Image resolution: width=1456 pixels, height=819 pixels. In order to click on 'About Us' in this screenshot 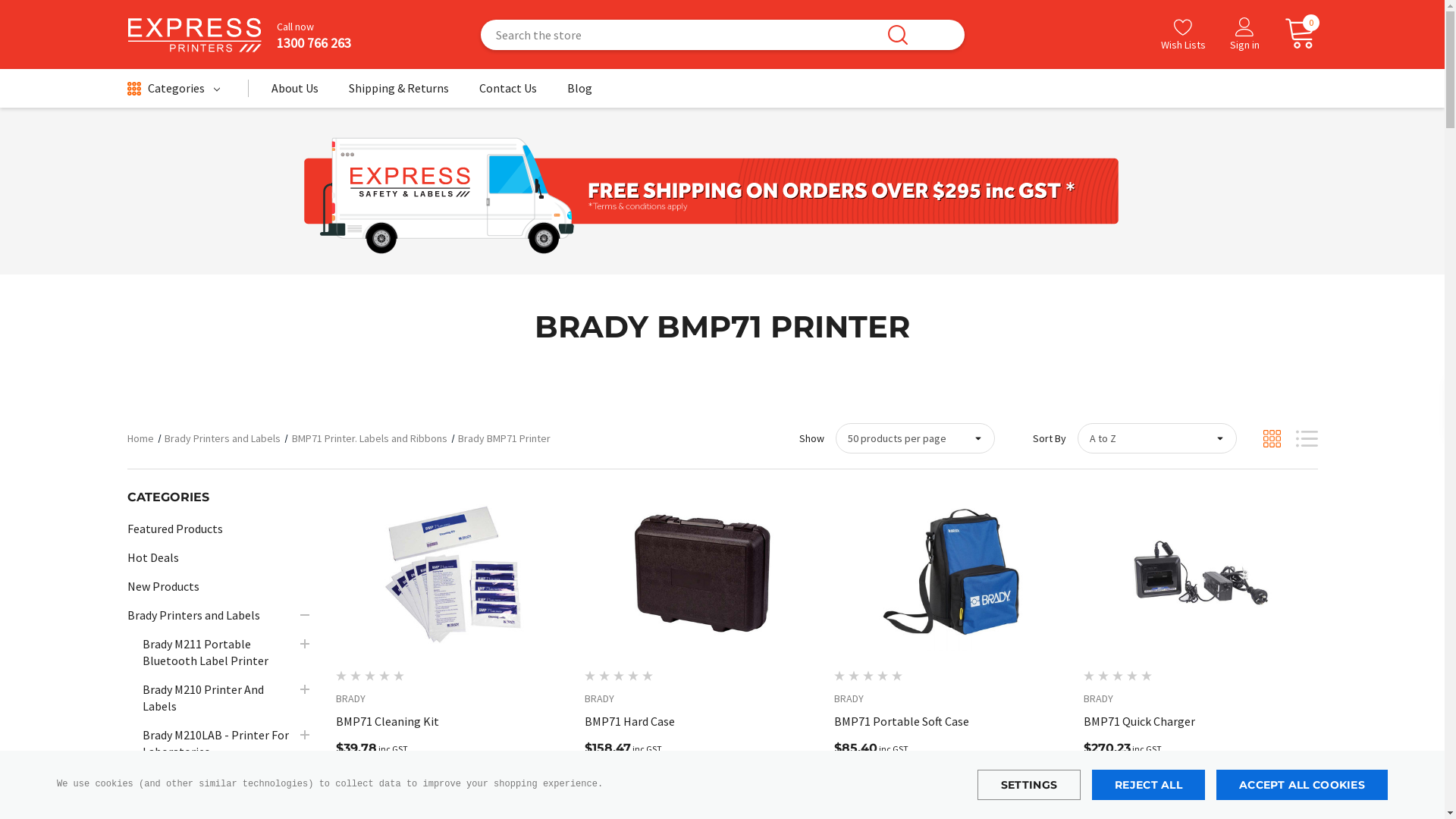, I will do `click(294, 92)`.